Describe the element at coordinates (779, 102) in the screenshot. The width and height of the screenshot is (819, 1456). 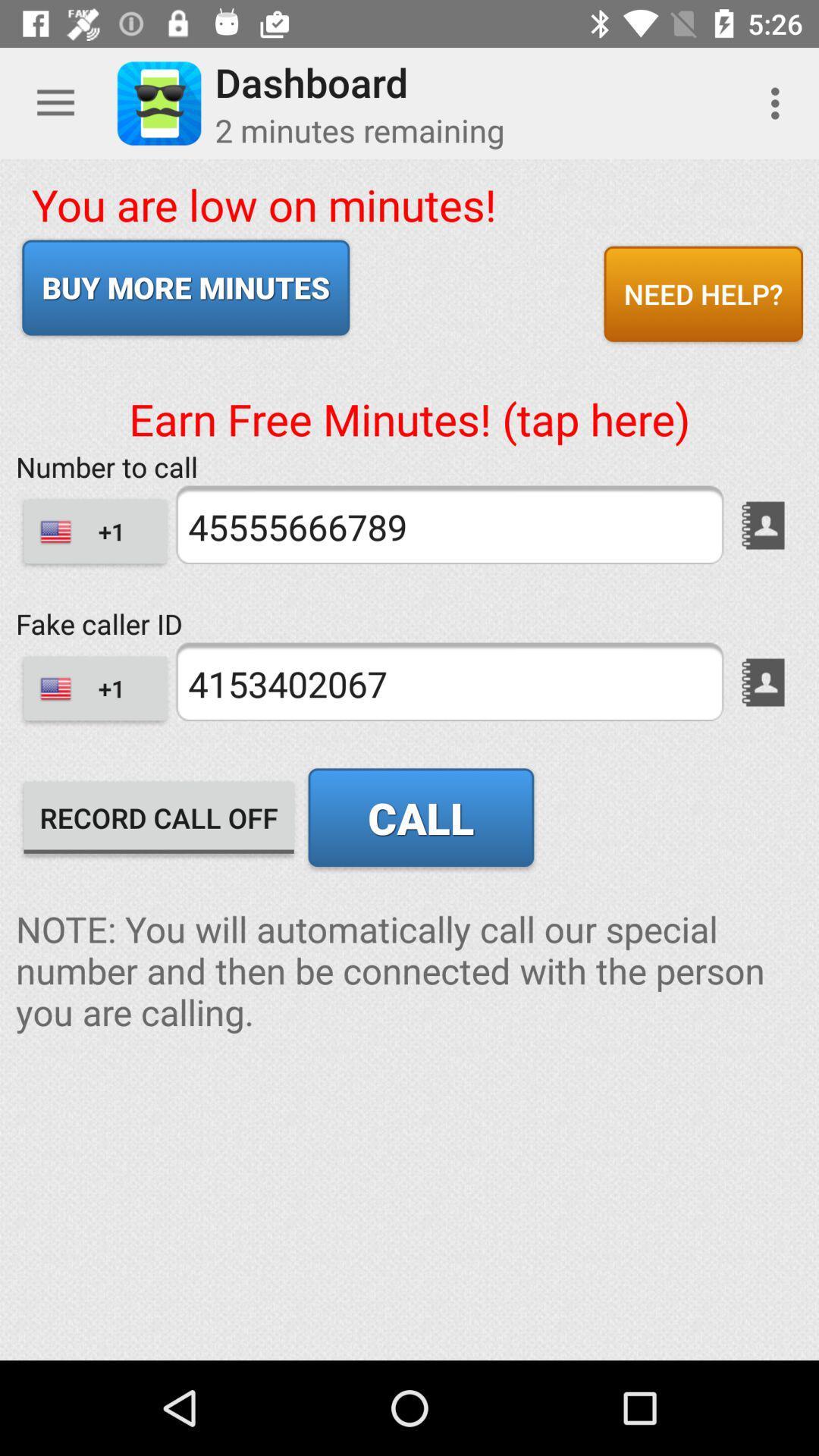
I see `item above need help? icon` at that location.